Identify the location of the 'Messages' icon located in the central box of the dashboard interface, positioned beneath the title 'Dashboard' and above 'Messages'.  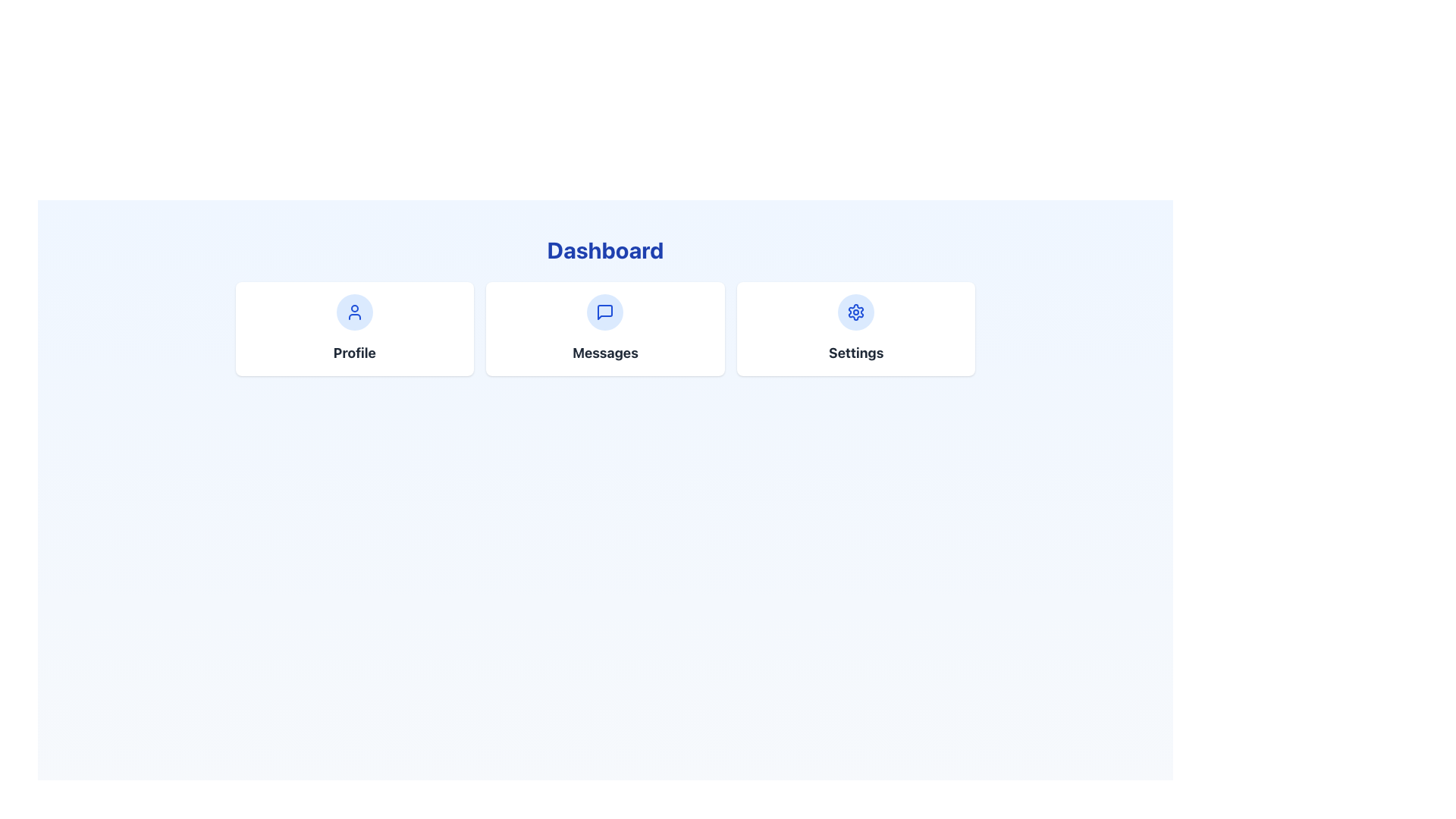
(604, 312).